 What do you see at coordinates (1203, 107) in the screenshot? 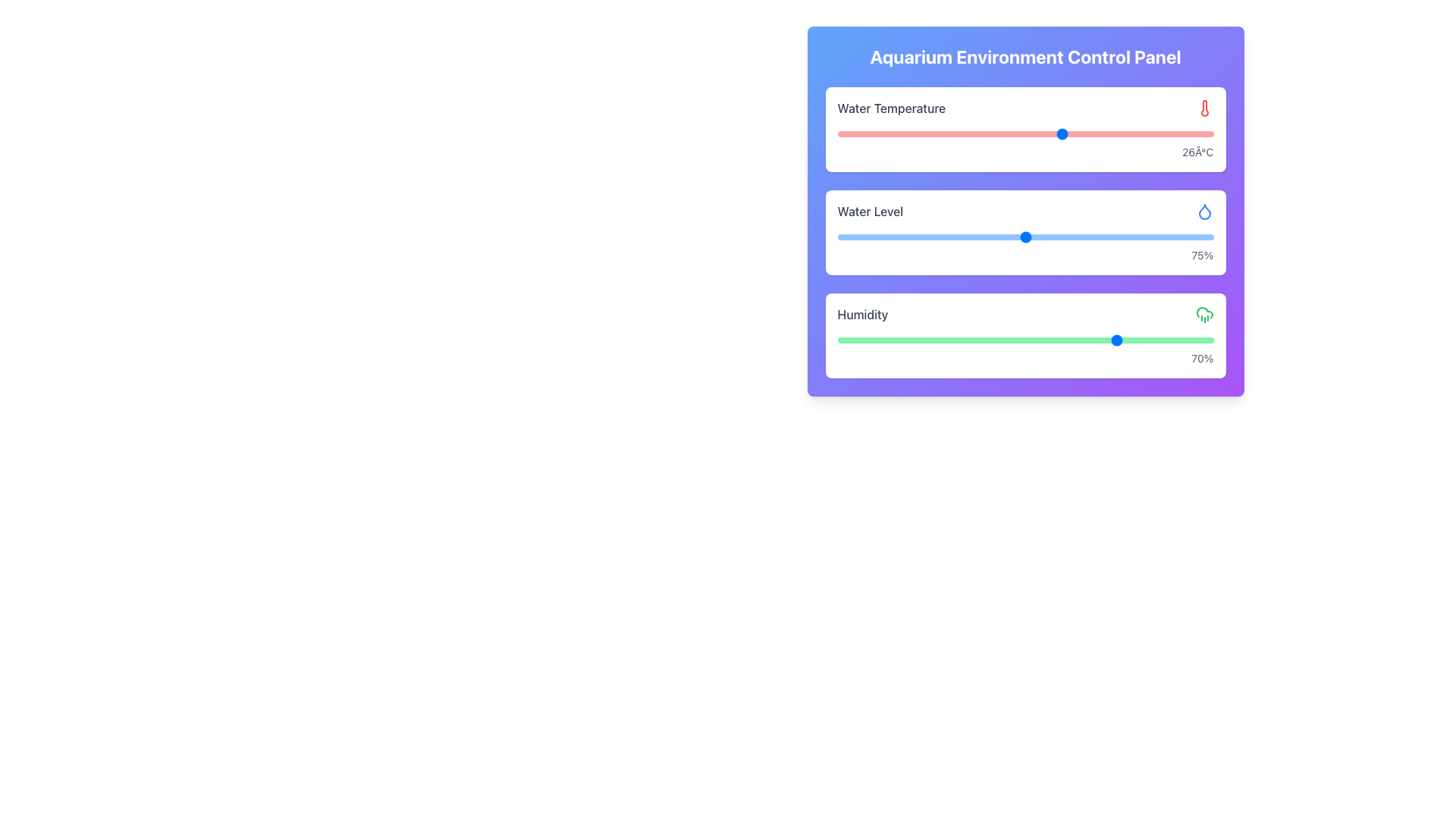
I see `the vertical red thermometer icon located near the upper-right corner of the 'Water Temperature' card in the control panel interface` at bounding box center [1203, 107].